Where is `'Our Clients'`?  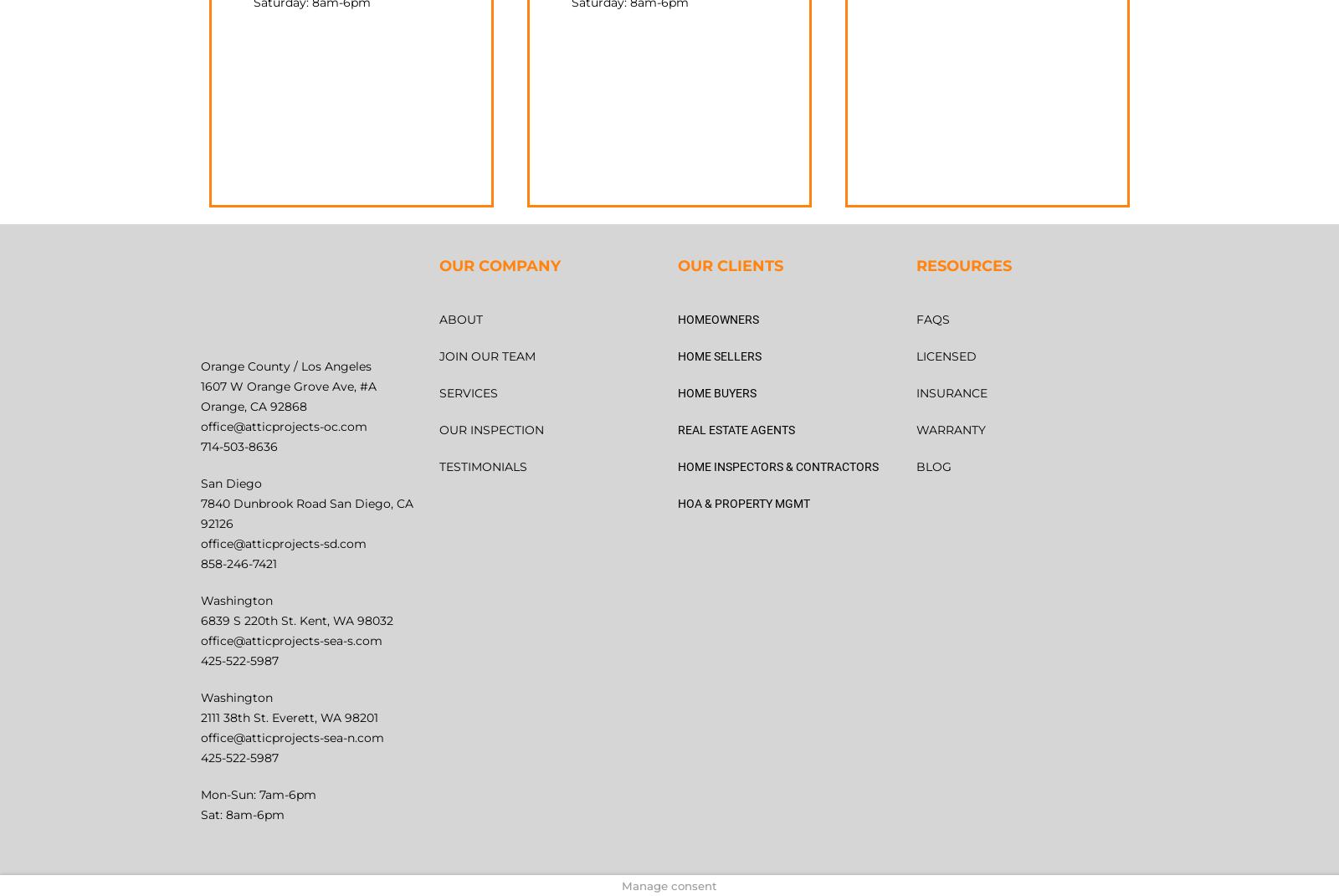 'Our Clients' is located at coordinates (729, 264).